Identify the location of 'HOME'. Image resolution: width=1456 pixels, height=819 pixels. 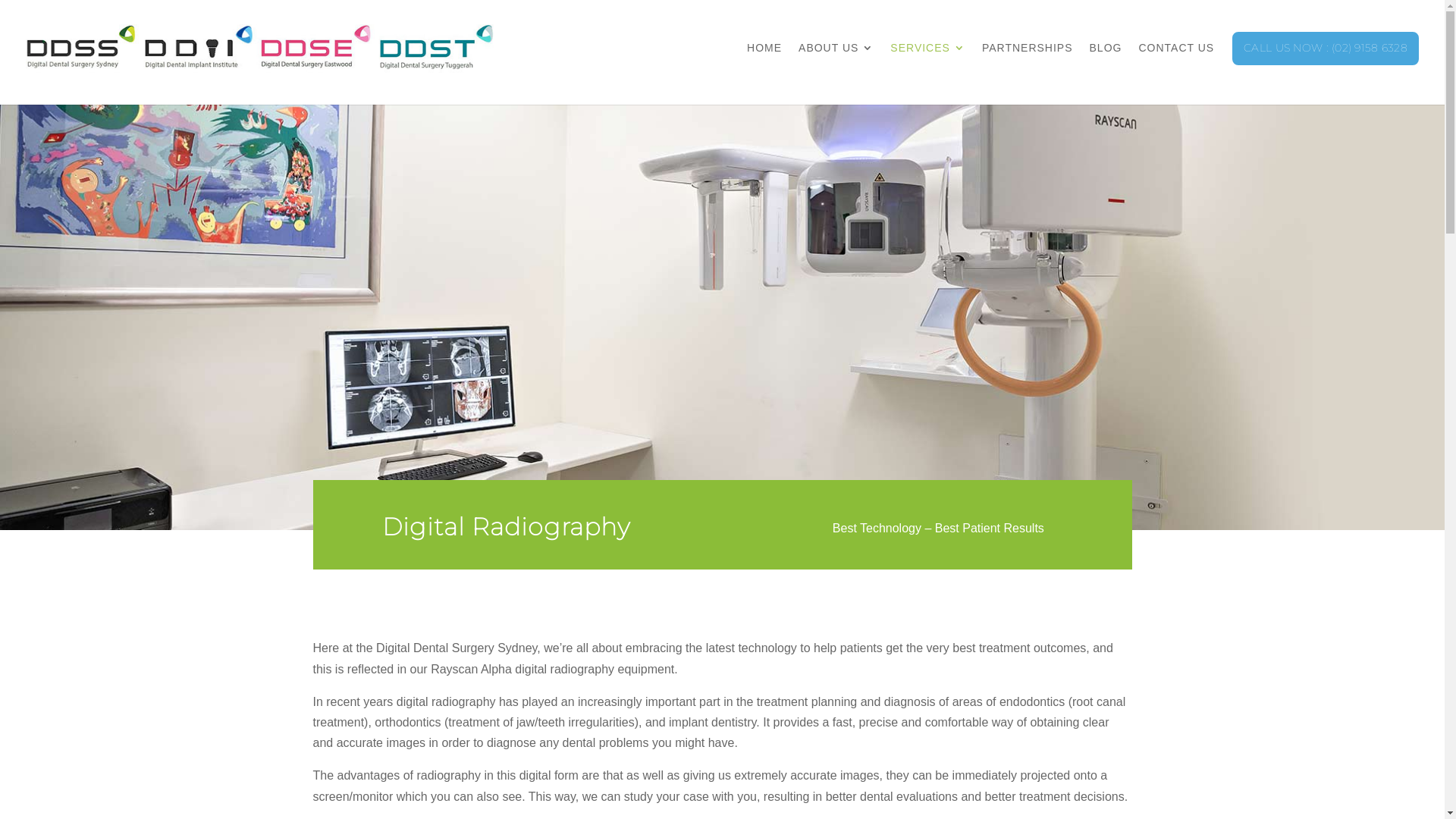
(764, 62).